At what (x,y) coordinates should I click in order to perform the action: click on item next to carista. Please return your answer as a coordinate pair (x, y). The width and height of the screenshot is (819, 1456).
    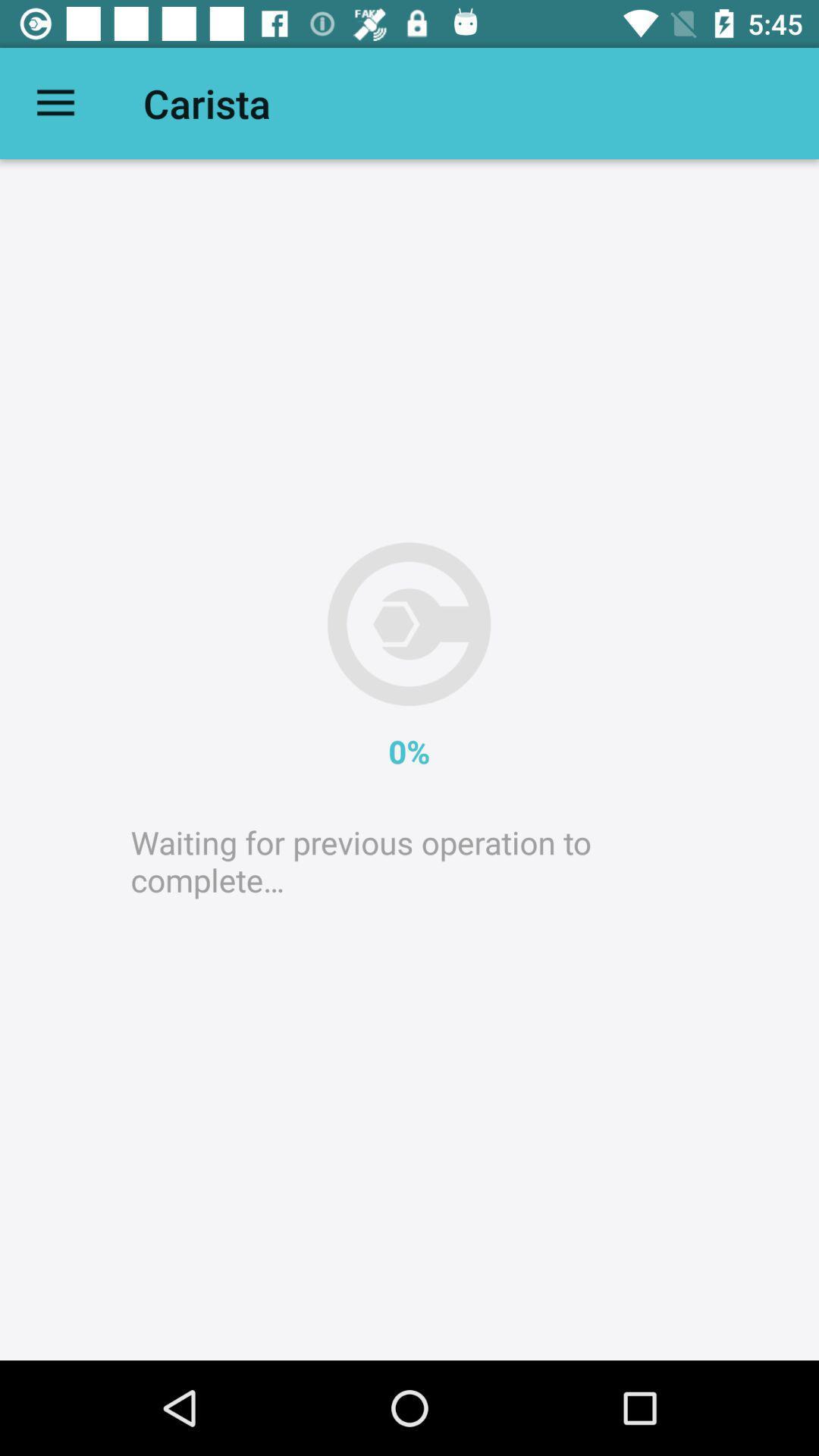
    Looking at the image, I should click on (55, 102).